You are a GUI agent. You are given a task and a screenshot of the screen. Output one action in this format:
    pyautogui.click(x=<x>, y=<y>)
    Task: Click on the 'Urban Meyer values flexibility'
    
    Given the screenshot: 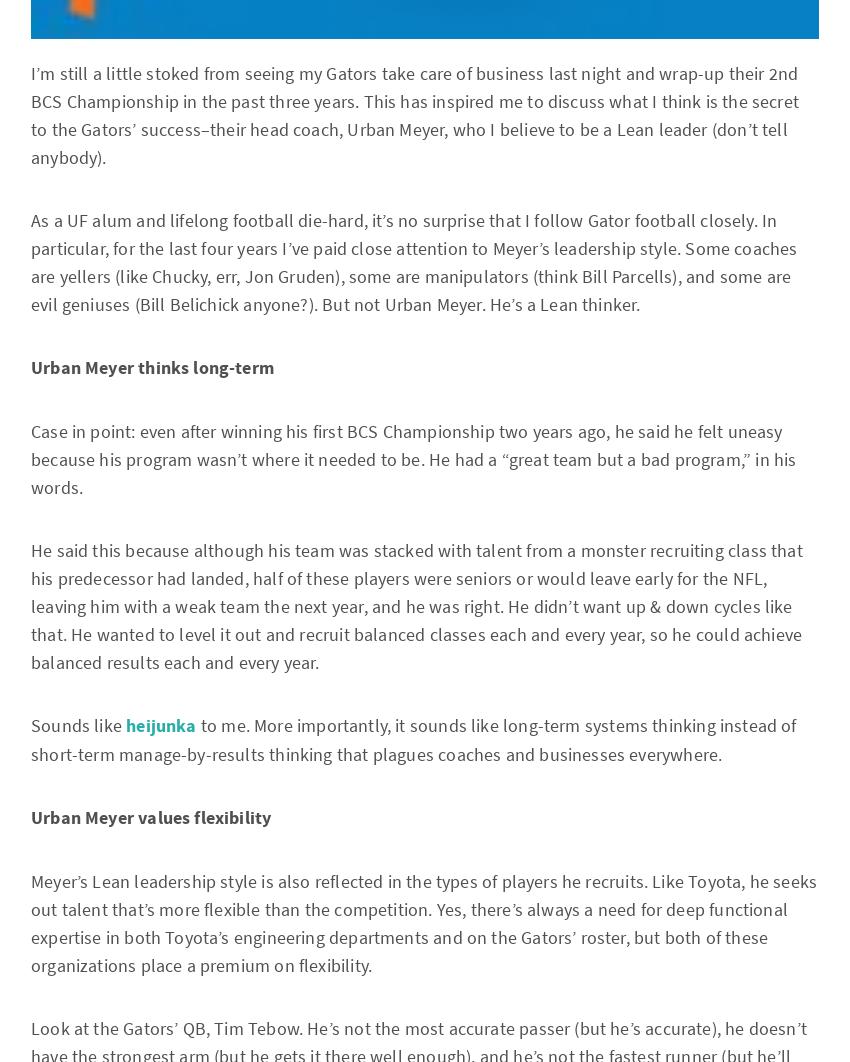 What is the action you would take?
    pyautogui.click(x=150, y=817)
    